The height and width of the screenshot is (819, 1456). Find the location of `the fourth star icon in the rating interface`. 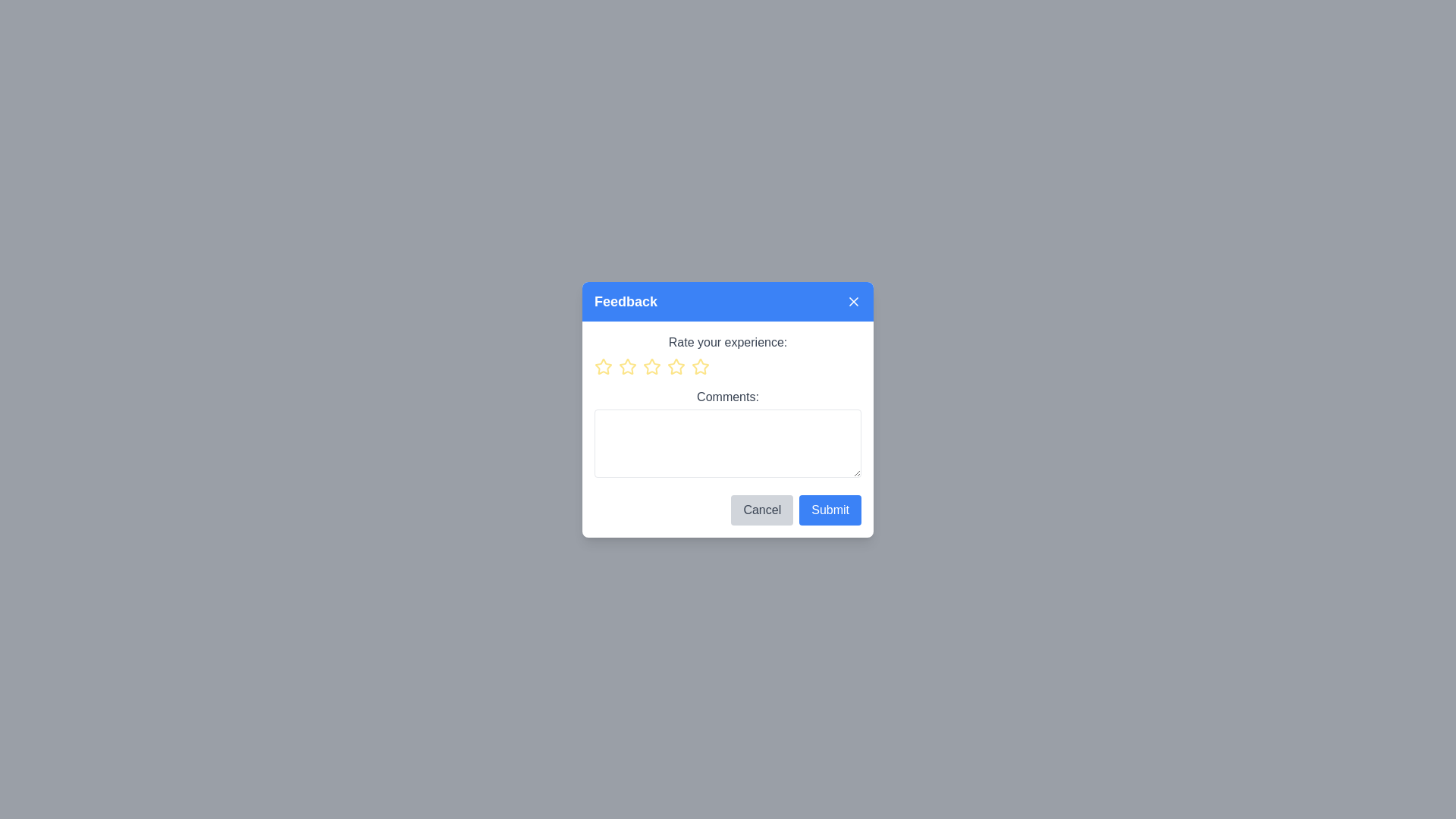

the fourth star icon in the rating interface is located at coordinates (676, 366).